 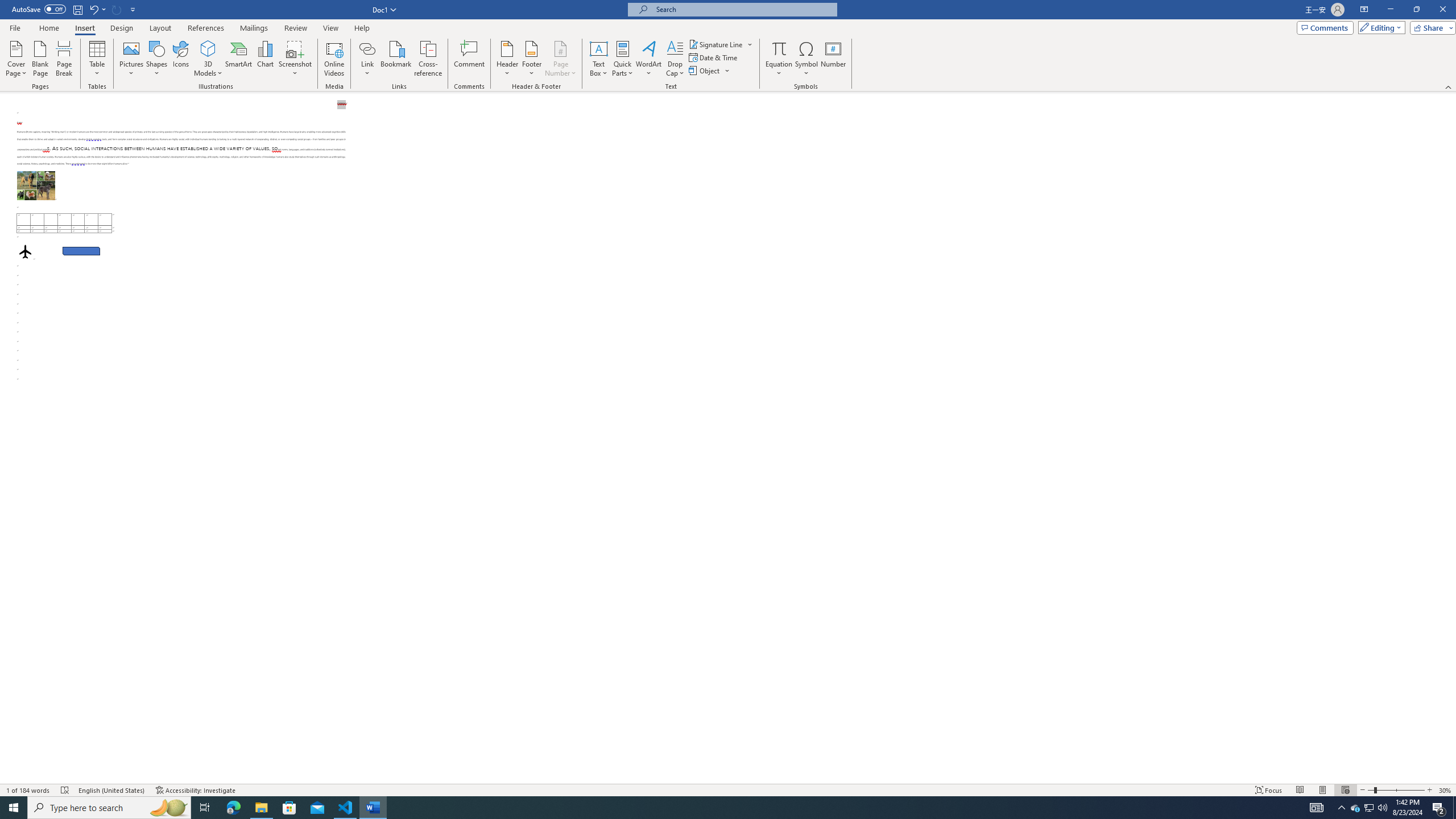 What do you see at coordinates (28, 790) in the screenshot?
I see `'Word Count 1 of 184 words'` at bounding box center [28, 790].